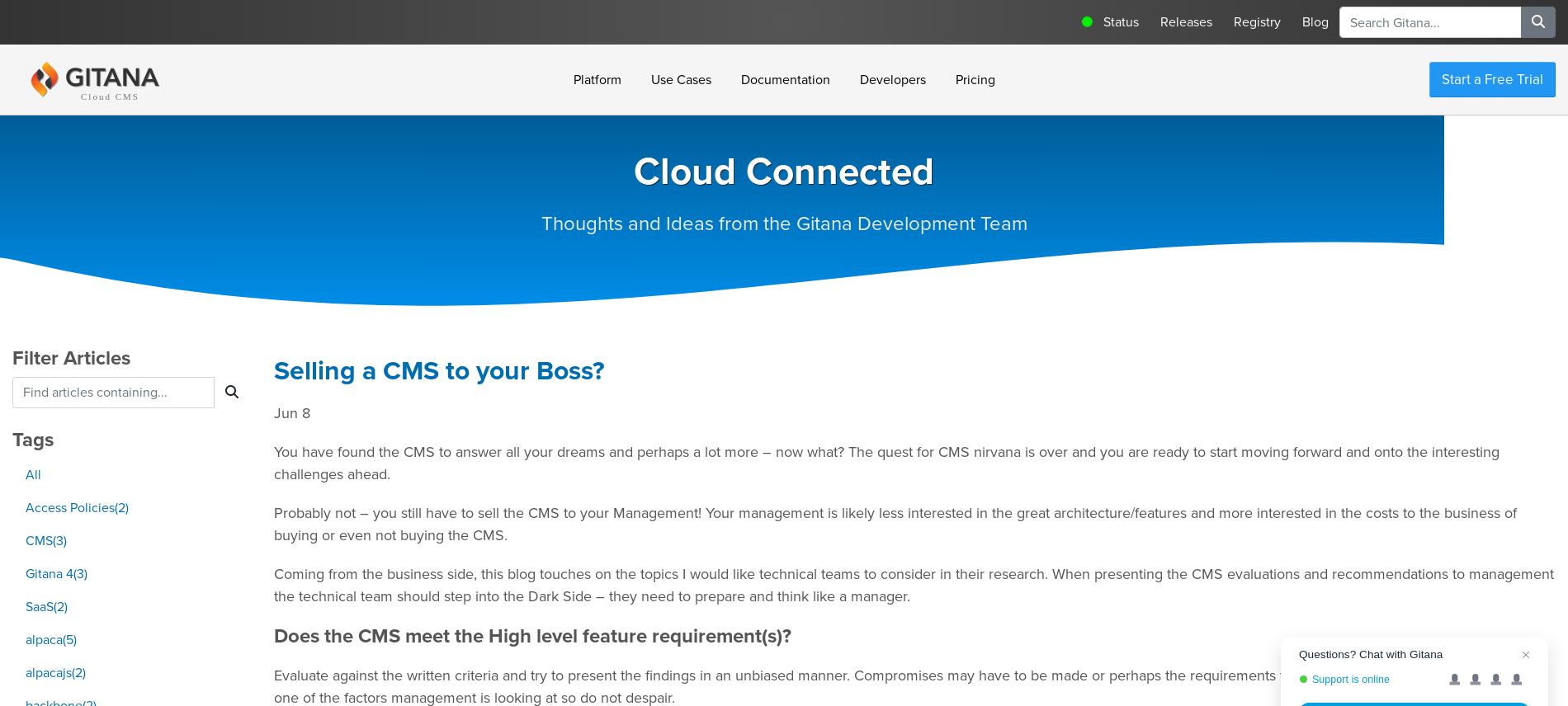 This screenshot has width=1568, height=706. I want to click on 'Continuously train your own AI models as experts on your business, brand, products to engage with customers in real-time.', so click(577, 429).